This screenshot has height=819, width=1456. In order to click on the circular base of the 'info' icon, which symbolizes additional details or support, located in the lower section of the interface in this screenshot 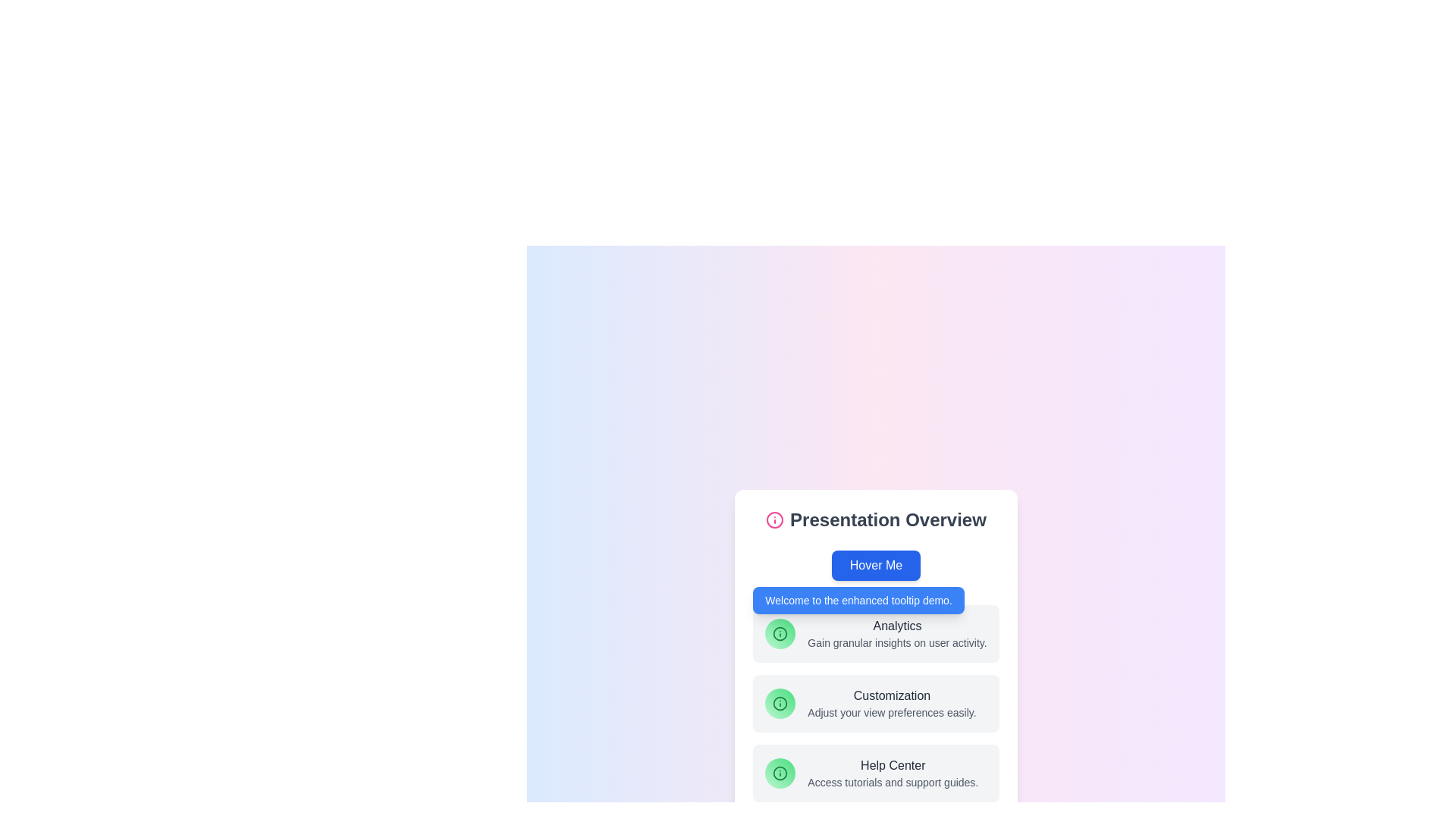, I will do `click(775, 519)`.